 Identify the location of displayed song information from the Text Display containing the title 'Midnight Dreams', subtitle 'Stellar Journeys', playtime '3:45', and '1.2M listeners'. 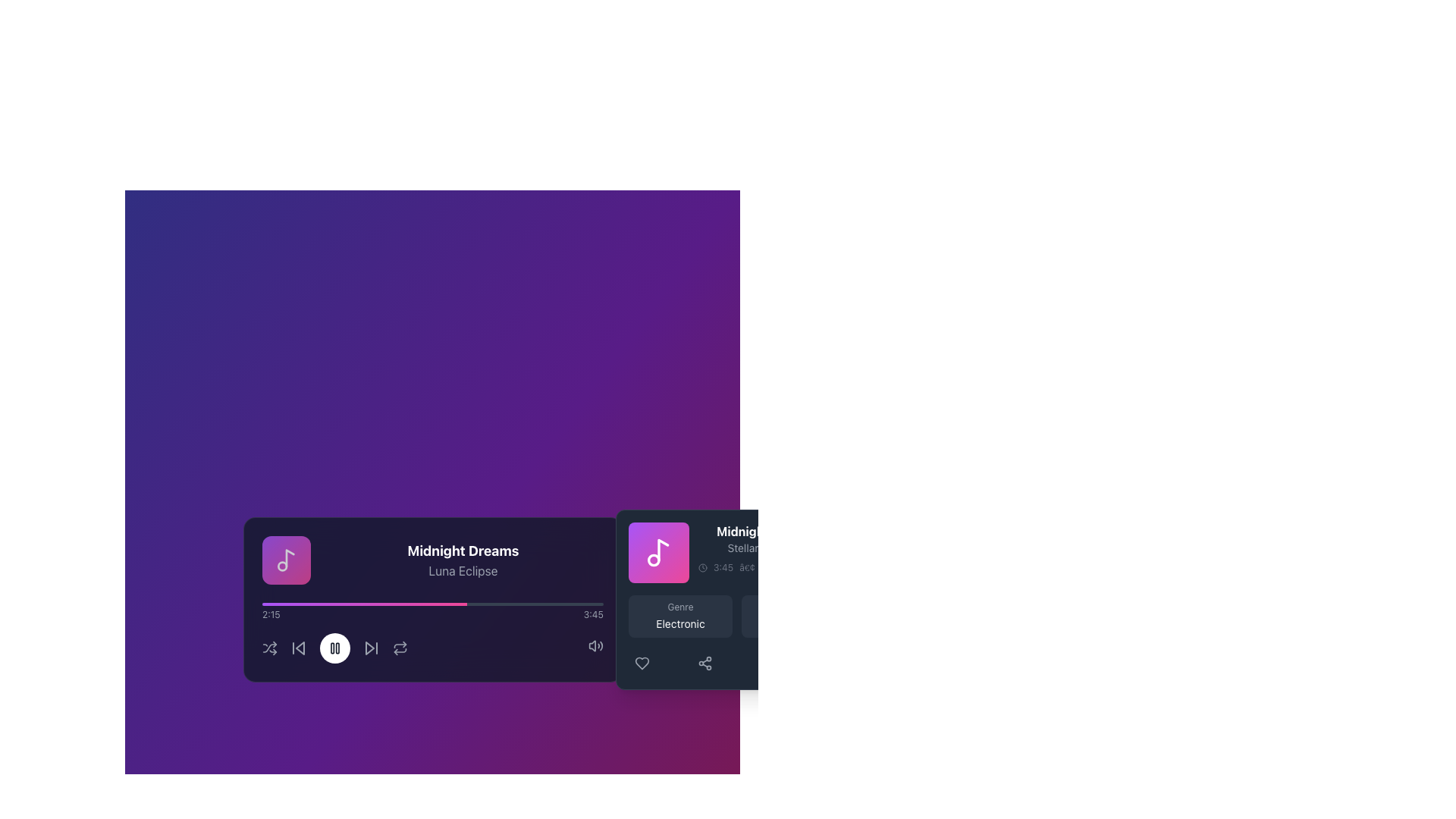
(736, 553).